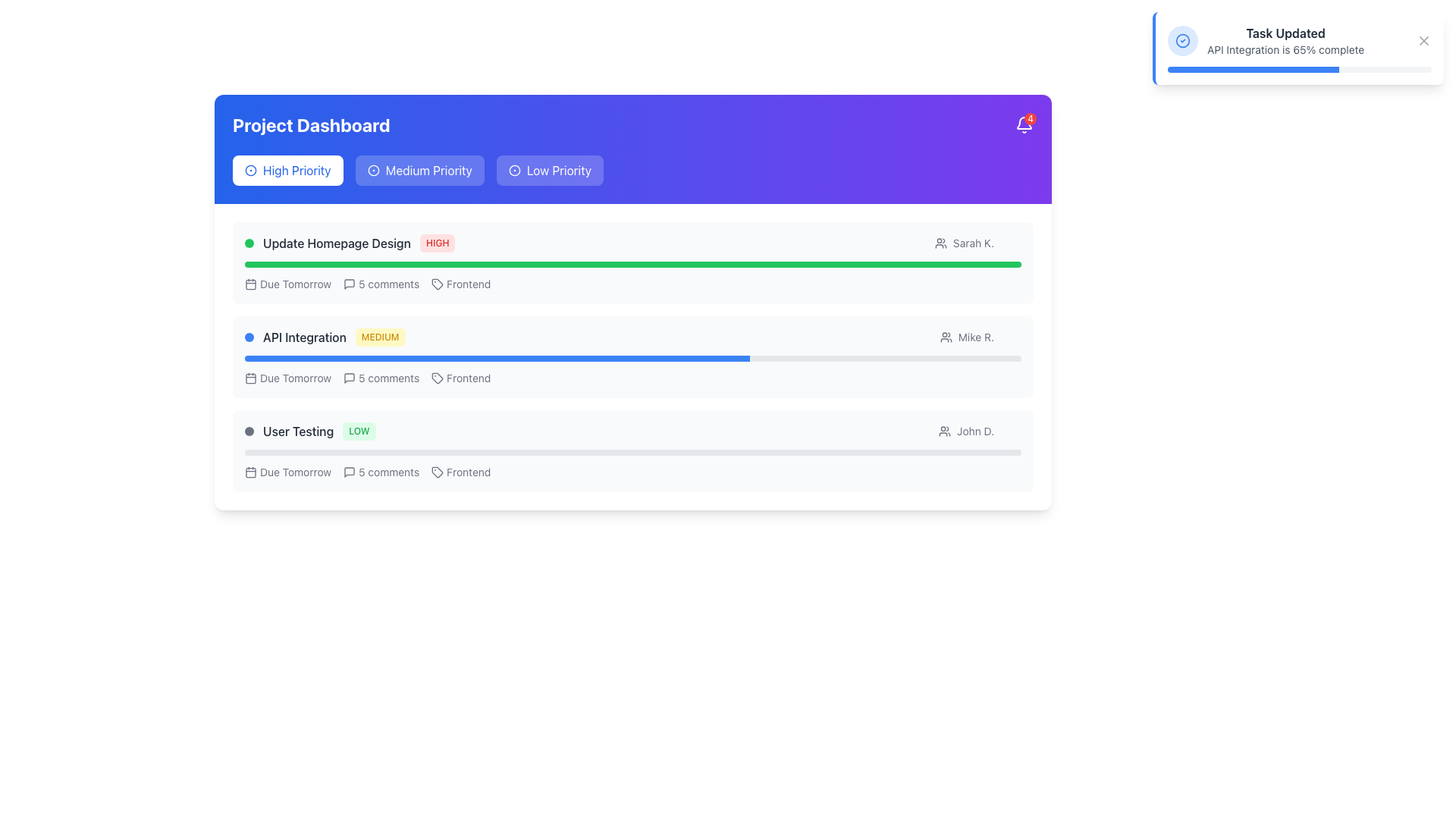  Describe the element at coordinates (296, 472) in the screenshot. I see `the 'Due Tomorrow' text label located in the third task item under the 'User Testing' task, which is styled in dark gray sans-serif font and positioned to the right of a calendar icon` at that location.